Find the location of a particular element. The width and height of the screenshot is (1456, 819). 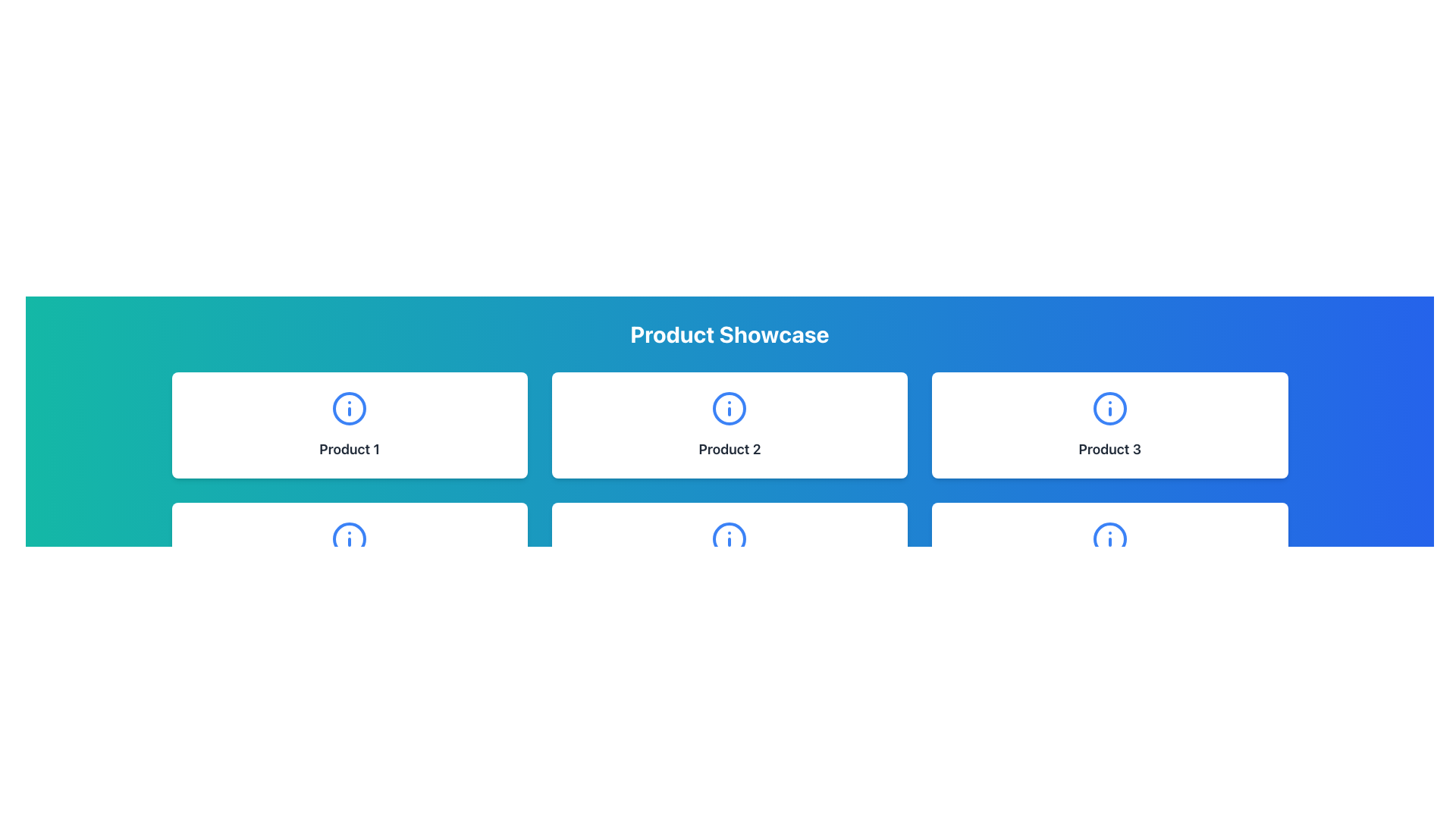

the 'Product 1' text label, which is styled with a bold font and dark gray color, located below an icon in the first card of a 3-column grid layout is located at coordinates (349, 449).